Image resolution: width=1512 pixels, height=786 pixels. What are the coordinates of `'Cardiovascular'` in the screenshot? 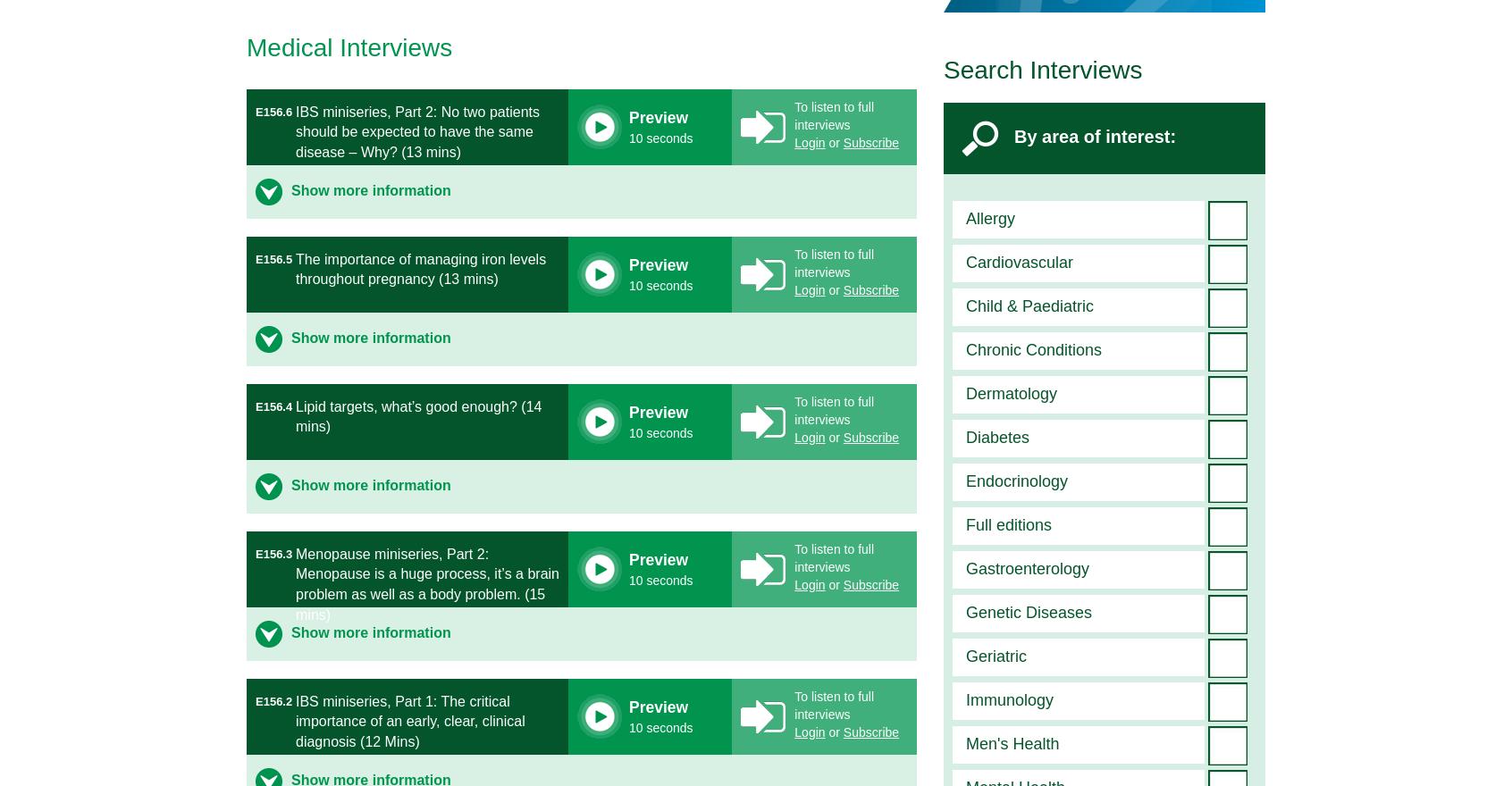 It's located at (1018, 262).